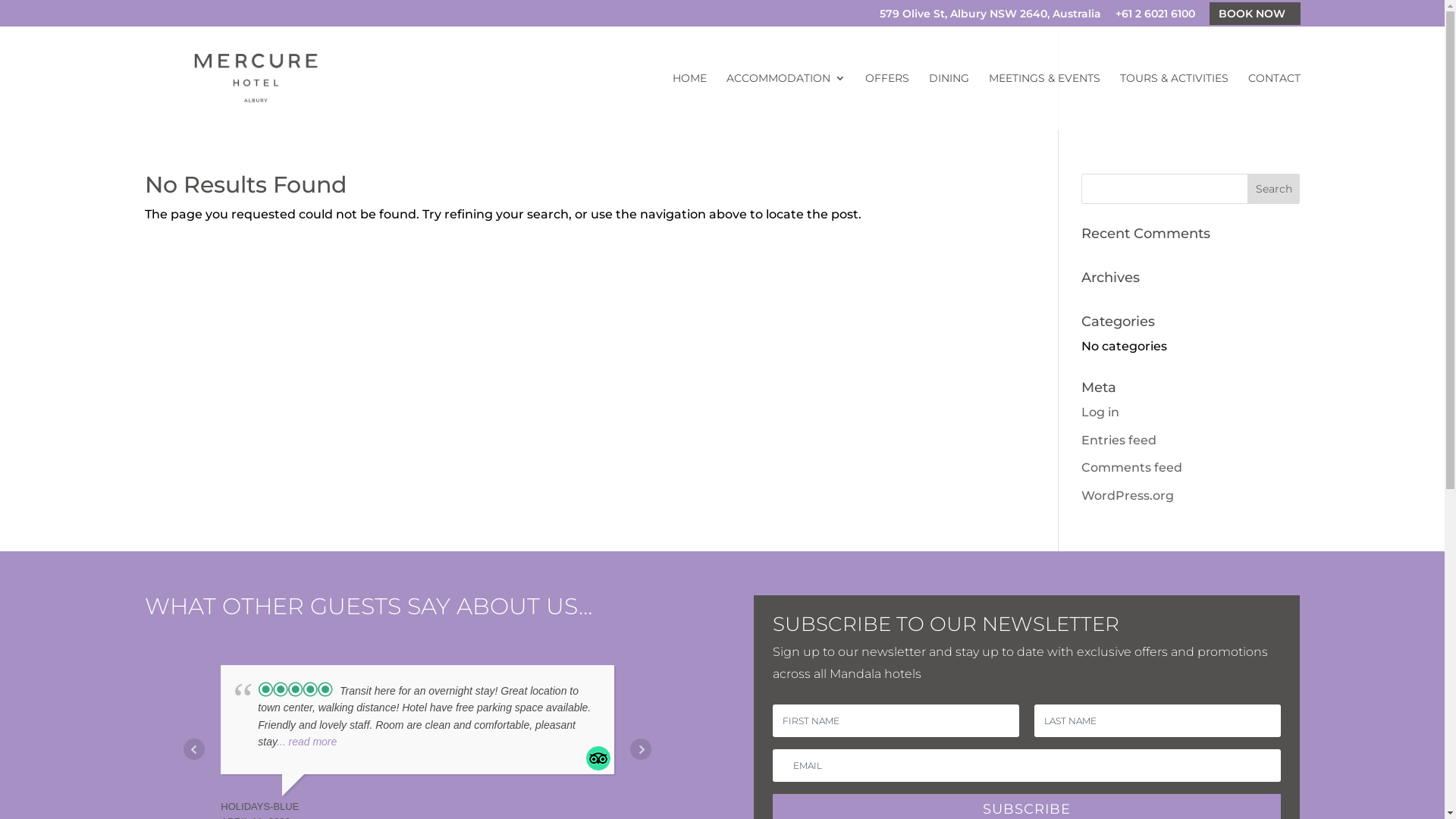 Image resolution: width=1456 pixels, height=819 pixels. Describe the element at coordinates (927, 101) in the screenshot. I see `'DINING'` at that location.